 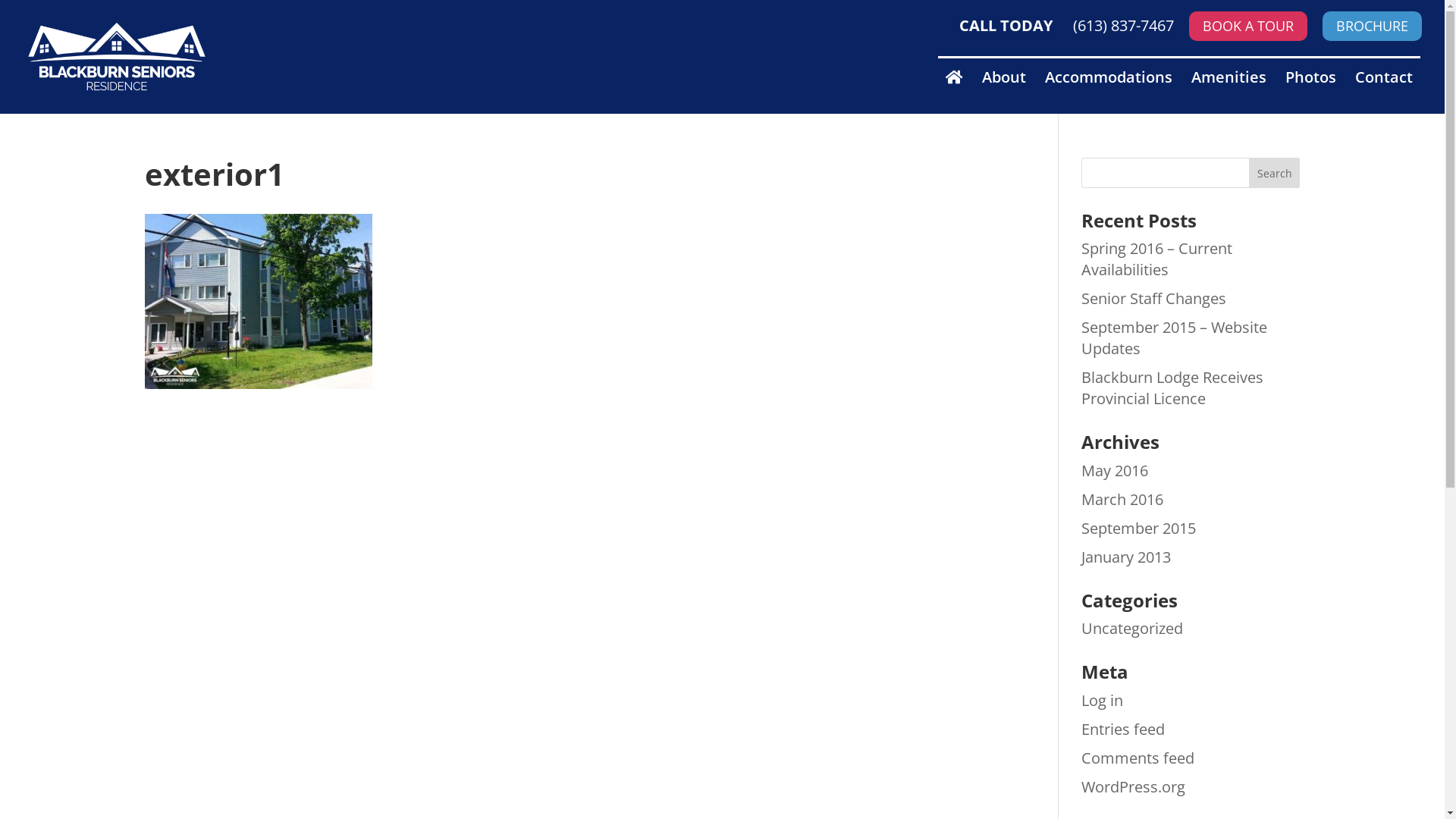 What do you see at coordinates (1190, 91) in the screenshot?
I see `'Amenities'` at bounding box center [1190, 91].